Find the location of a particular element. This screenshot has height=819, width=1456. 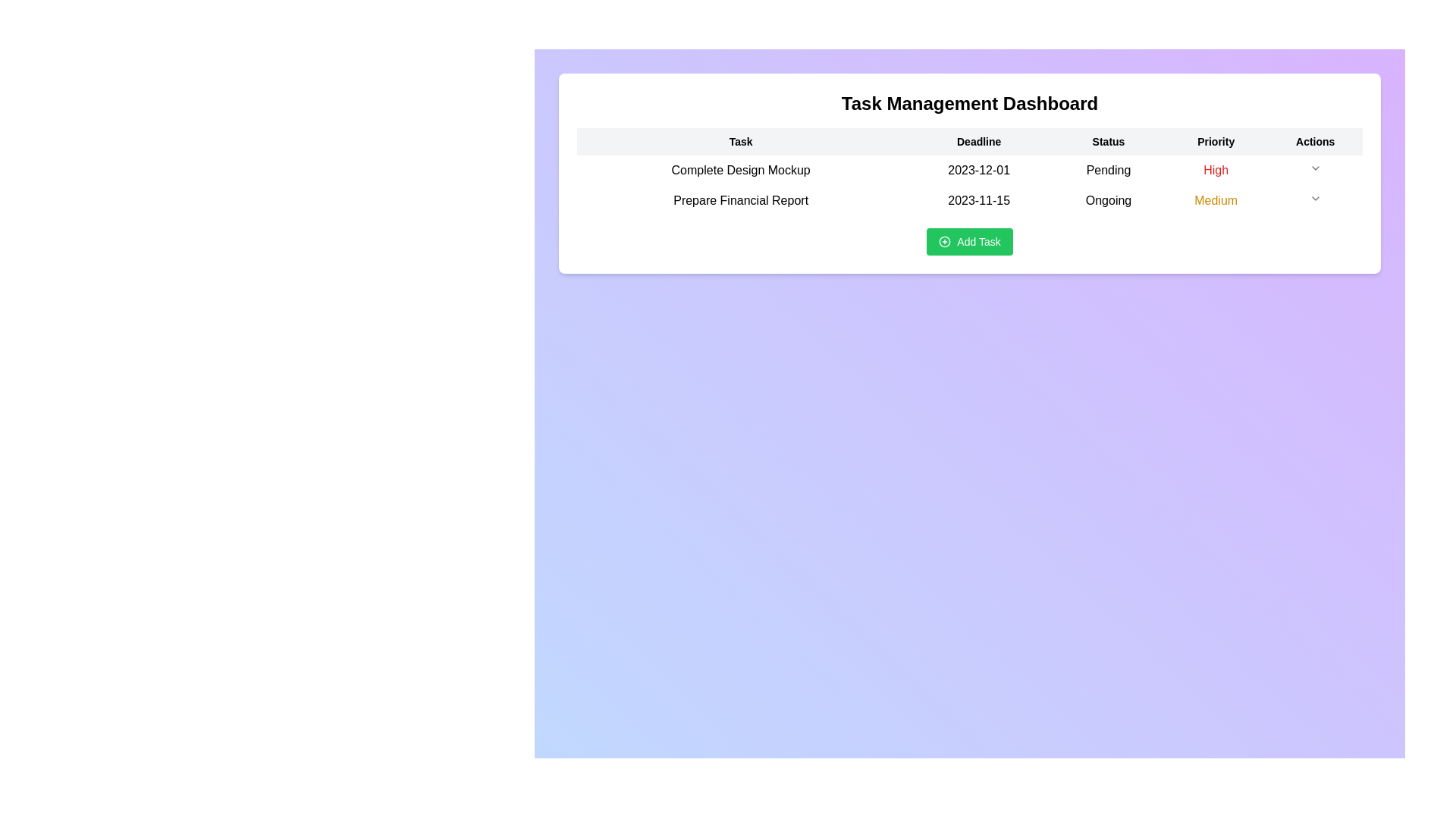

the 'Add Task' button by navigating to the SVG circle component that serves as its background is located at coordinates (944, 241).